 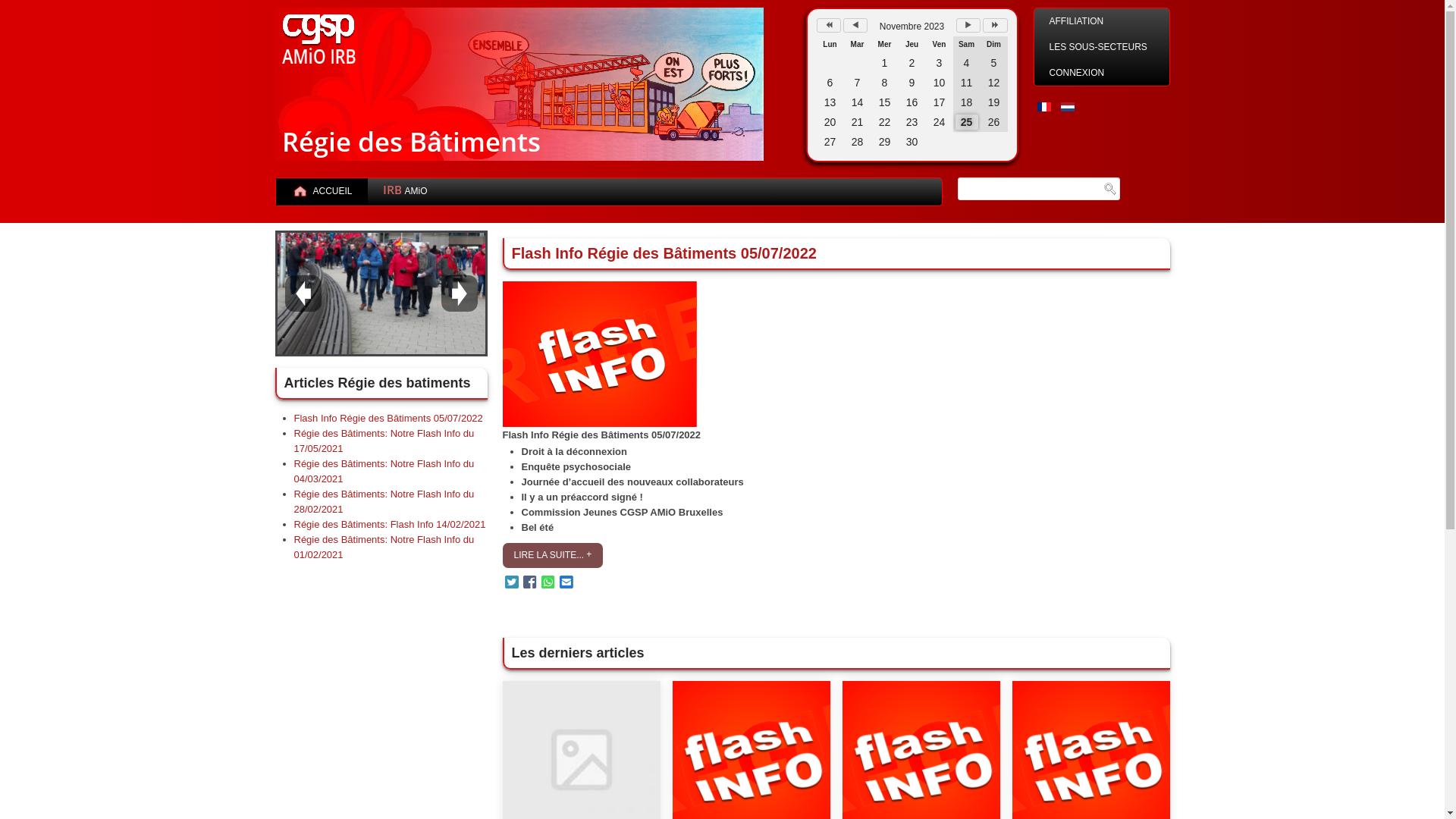 What do you see at coordinates (548, 555) in the screenshot?
I see `'LIRE LA SUITE...'` at bounding box center [548, 555].